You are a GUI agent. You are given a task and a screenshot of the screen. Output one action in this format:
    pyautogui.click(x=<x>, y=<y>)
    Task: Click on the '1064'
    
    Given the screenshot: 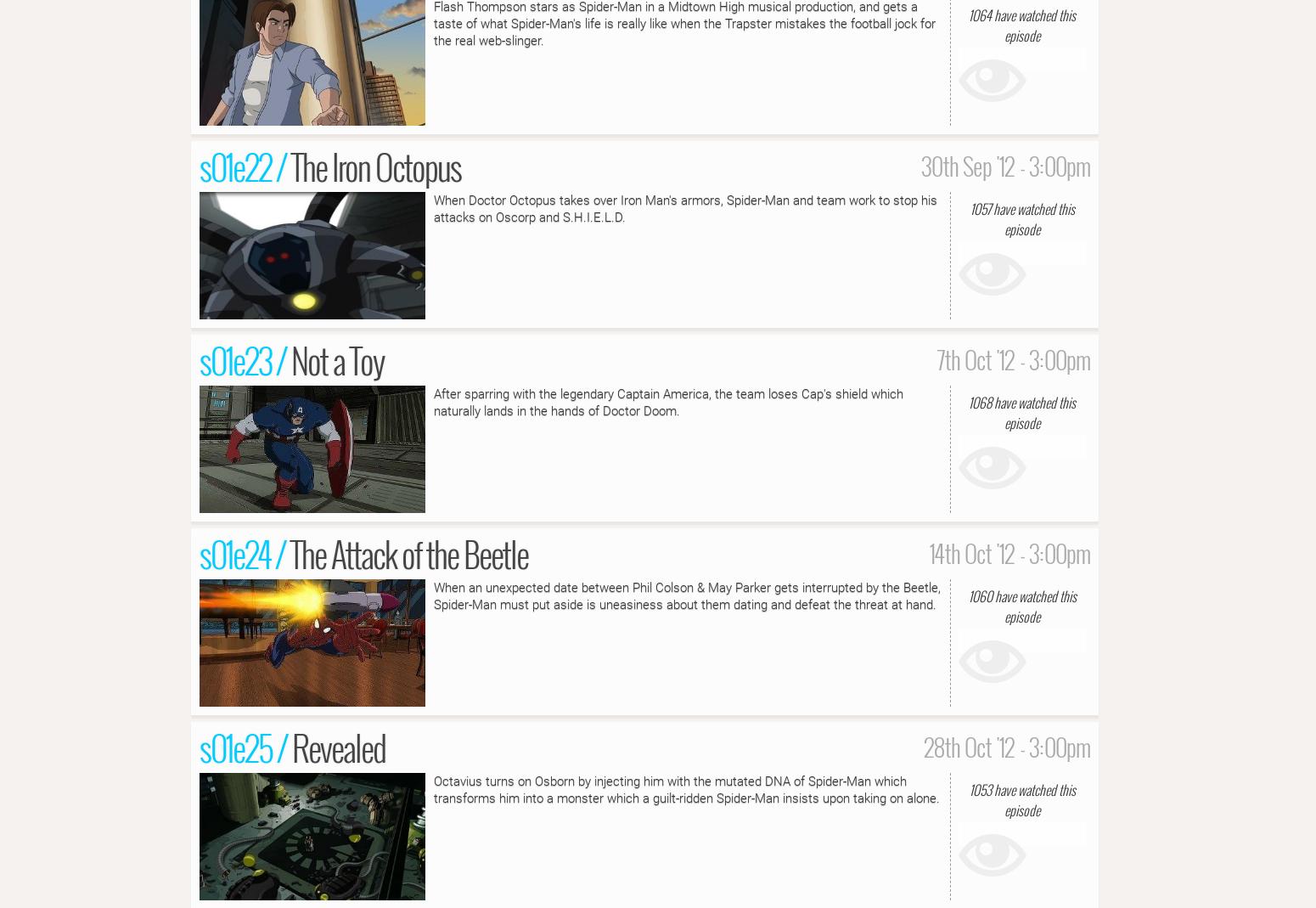 What is the action you would take?
    pyautogui.click(x=967, y=13)
    